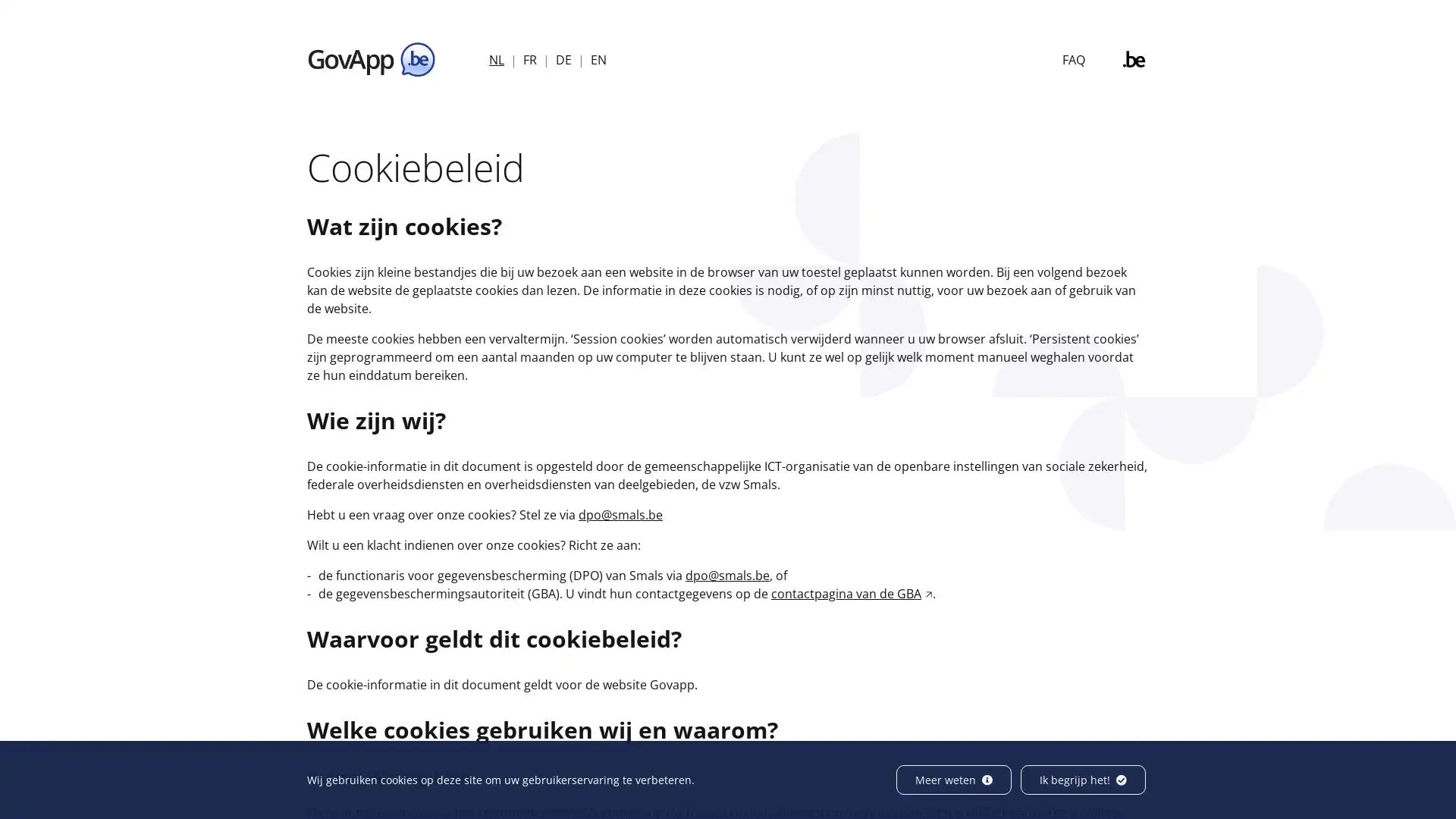 The image size is (1456, 819). What do you see at coordinates (1082, 780) in the screenshot?
I see `Ik begrijp het!` at bounding box center [1082, 780].